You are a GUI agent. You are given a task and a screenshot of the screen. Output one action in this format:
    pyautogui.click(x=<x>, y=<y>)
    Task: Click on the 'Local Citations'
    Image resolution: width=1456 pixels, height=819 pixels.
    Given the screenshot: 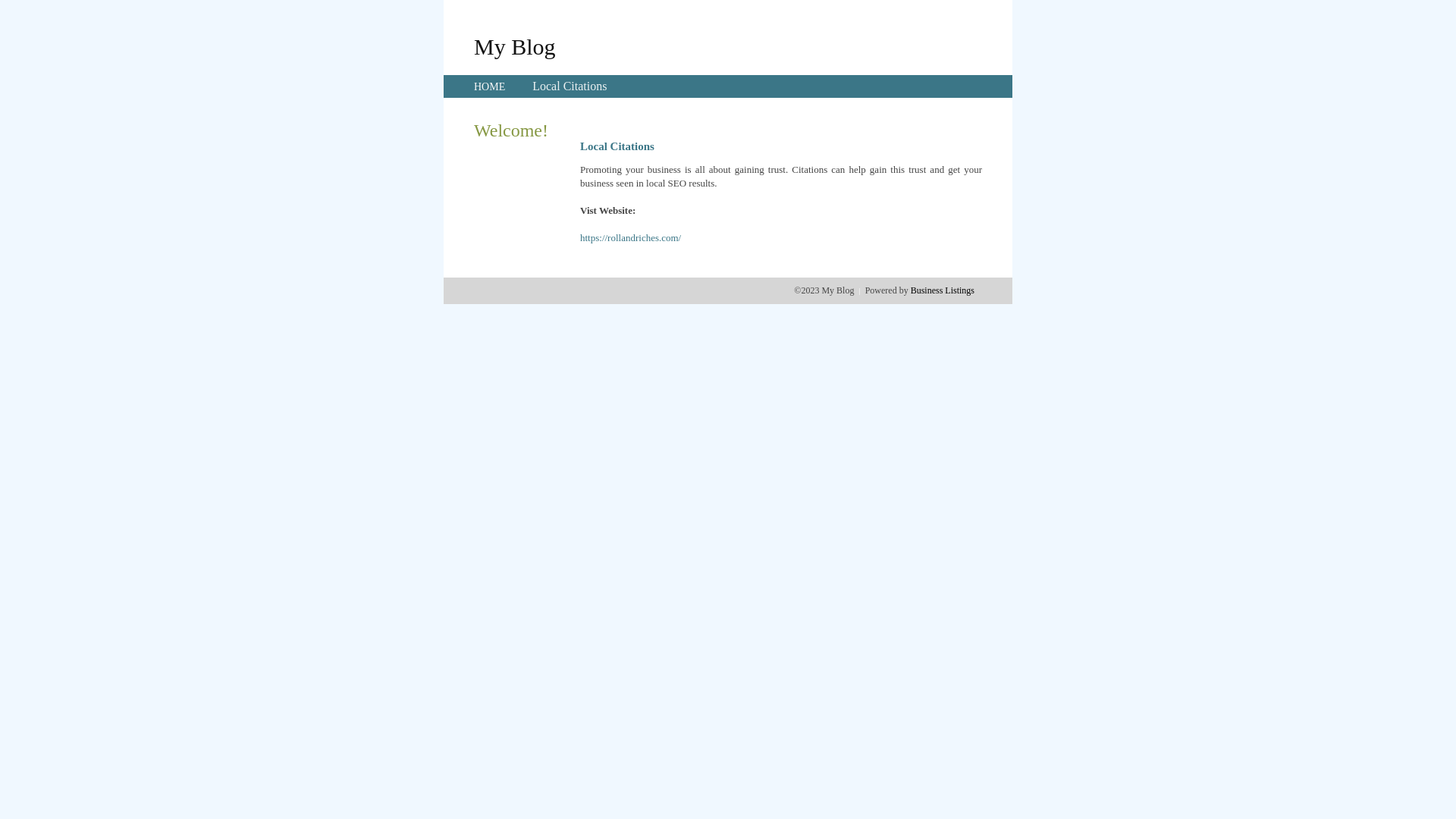 What is the action you would take?
    pyautogui.click(x=568, y=86)
    